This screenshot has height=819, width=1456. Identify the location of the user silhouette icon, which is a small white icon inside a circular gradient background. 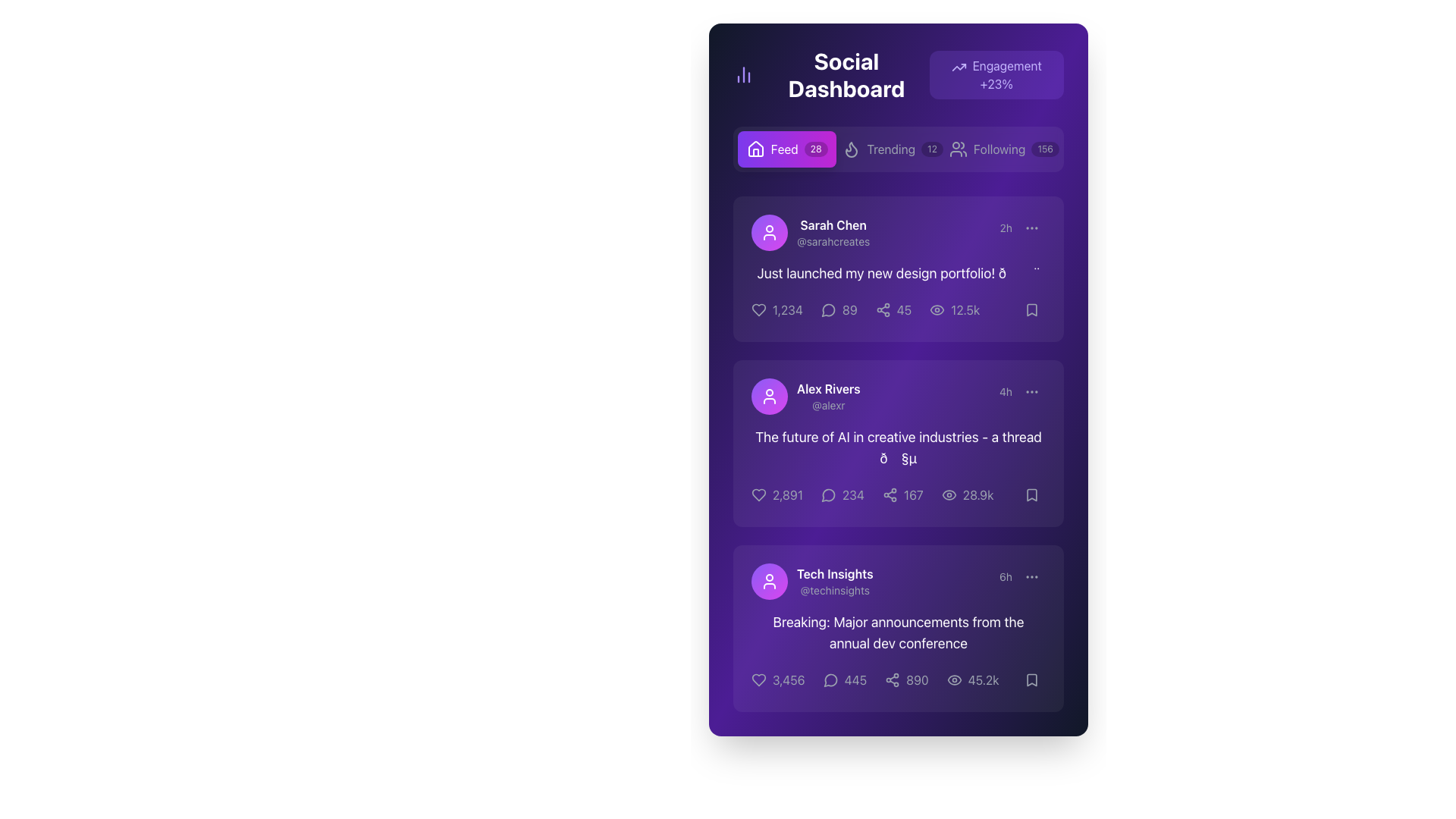
(769, 233).